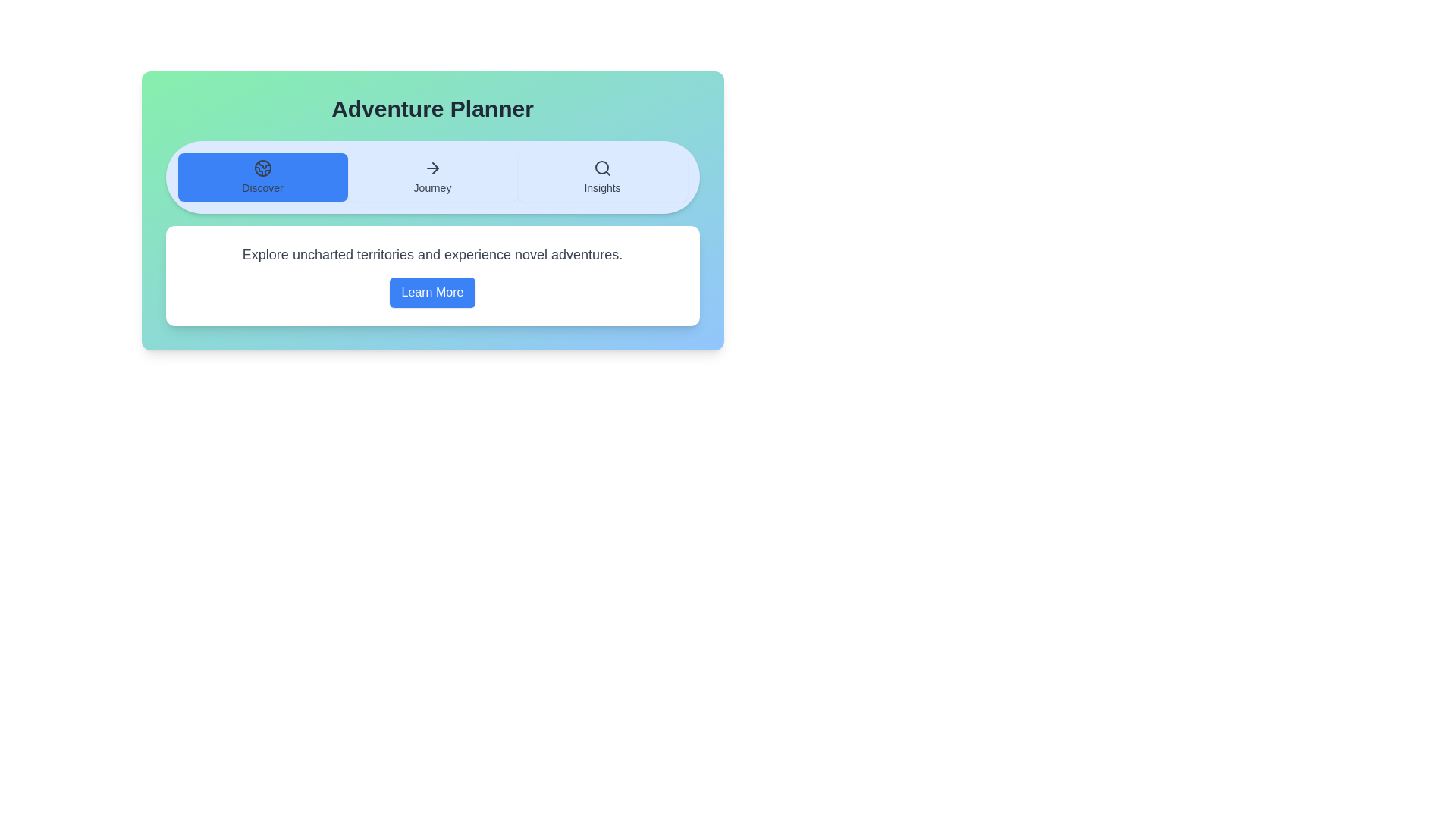 The width and height of the screenshot is (1456, 819). I want to click on the circular globe icon with intersecting curved lines and circular borders located in the 'Discover' tab of the Adventure Planner, so click(262, 168).